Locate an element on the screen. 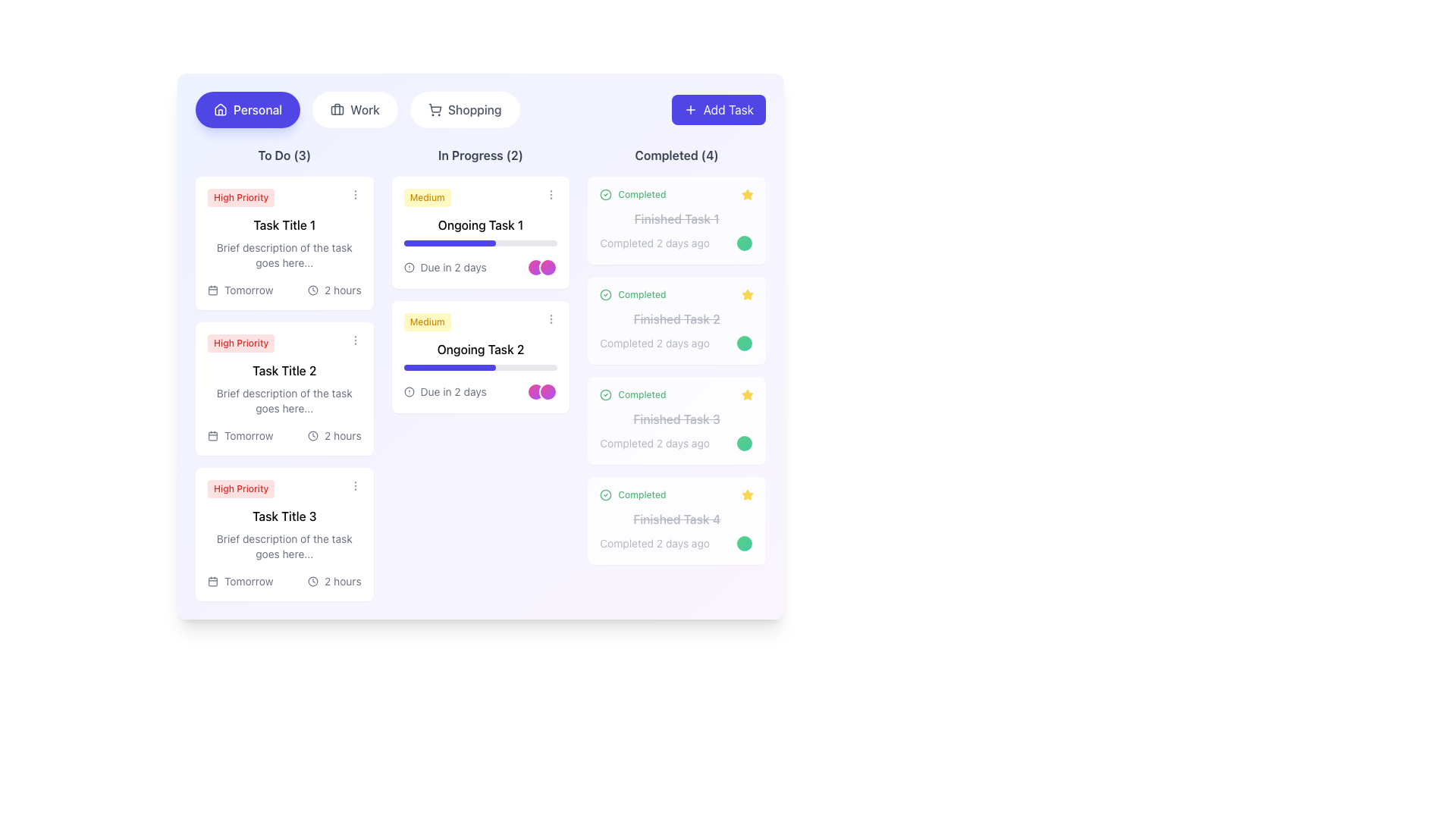 This screenshot has height=819, width=1456. the informational feedback text about the completion time of the task located in the 'Completed (4)' section of the interface, specifically under the 'Finished Task 2' task card and to the left of a green circular icon is located at coordinates (676, 343).